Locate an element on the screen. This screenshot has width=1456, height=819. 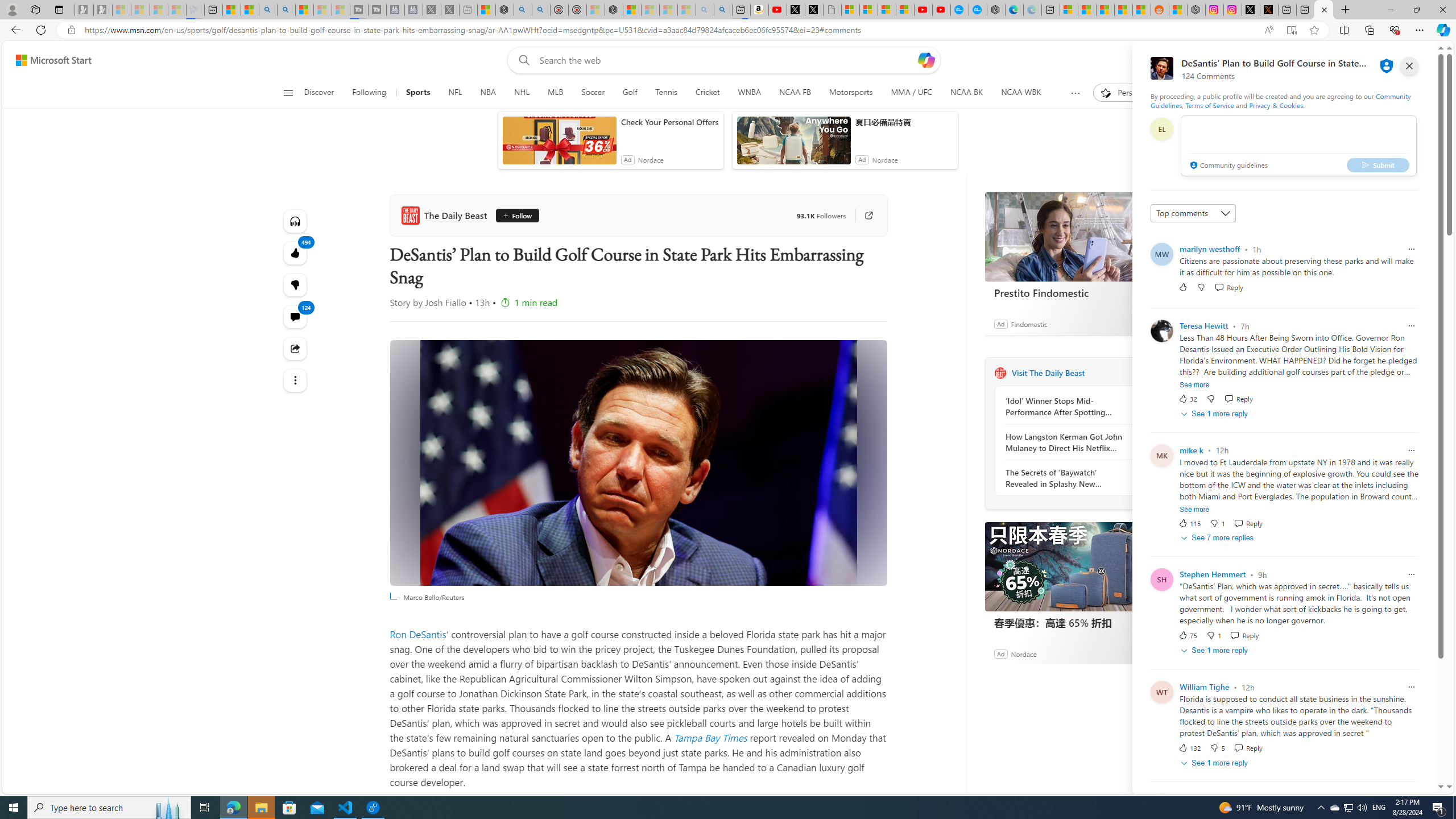
'Listen to this article' is located at coordinates (295, 220).